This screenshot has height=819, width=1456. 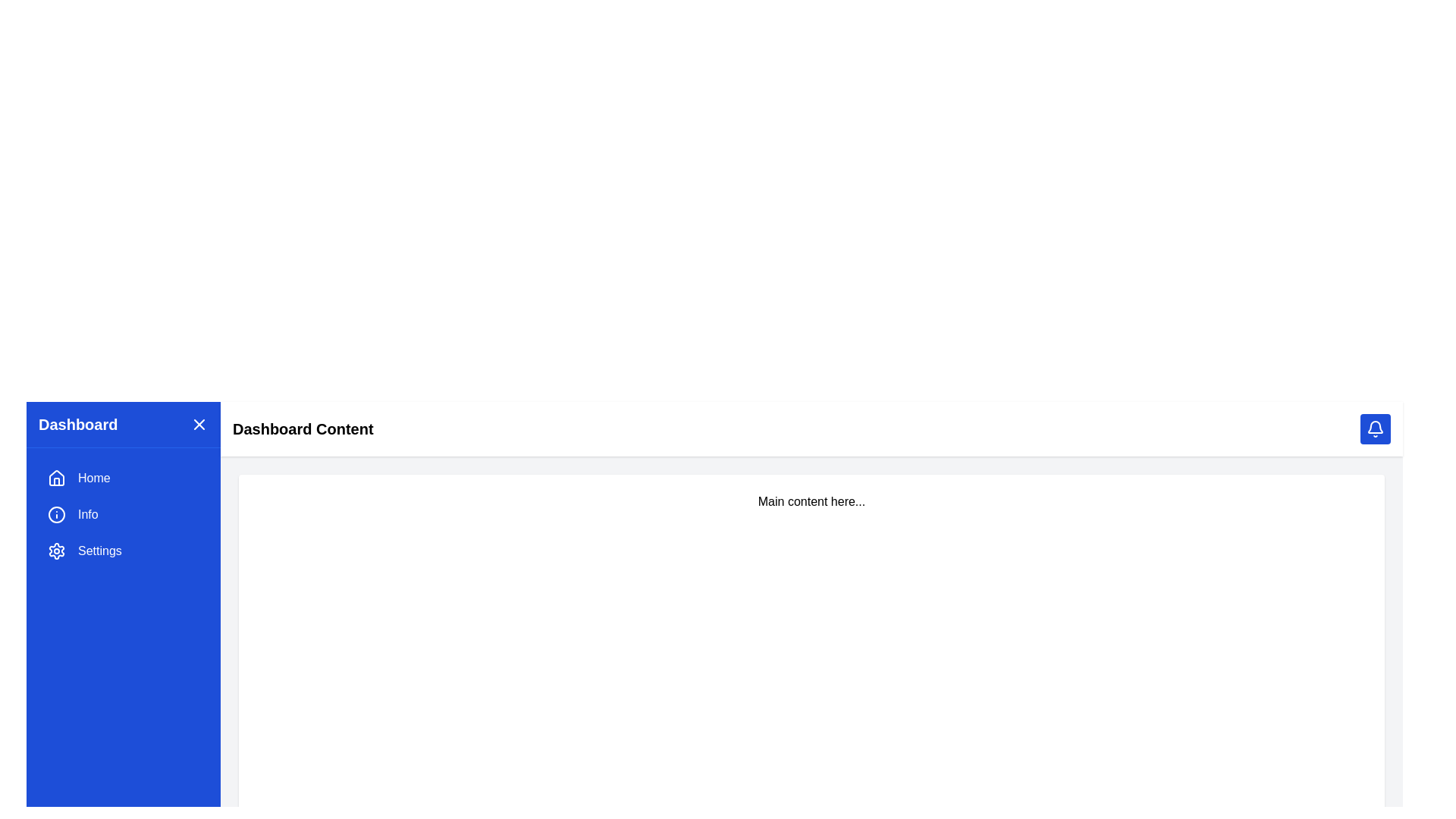 What do you see at coordinates (303, 429) in the screenshot?
I see `the text label located in the white bar at the top section of the interface, which serves as a header or title indicating the current section or page content` at bounding box center [303, 429].